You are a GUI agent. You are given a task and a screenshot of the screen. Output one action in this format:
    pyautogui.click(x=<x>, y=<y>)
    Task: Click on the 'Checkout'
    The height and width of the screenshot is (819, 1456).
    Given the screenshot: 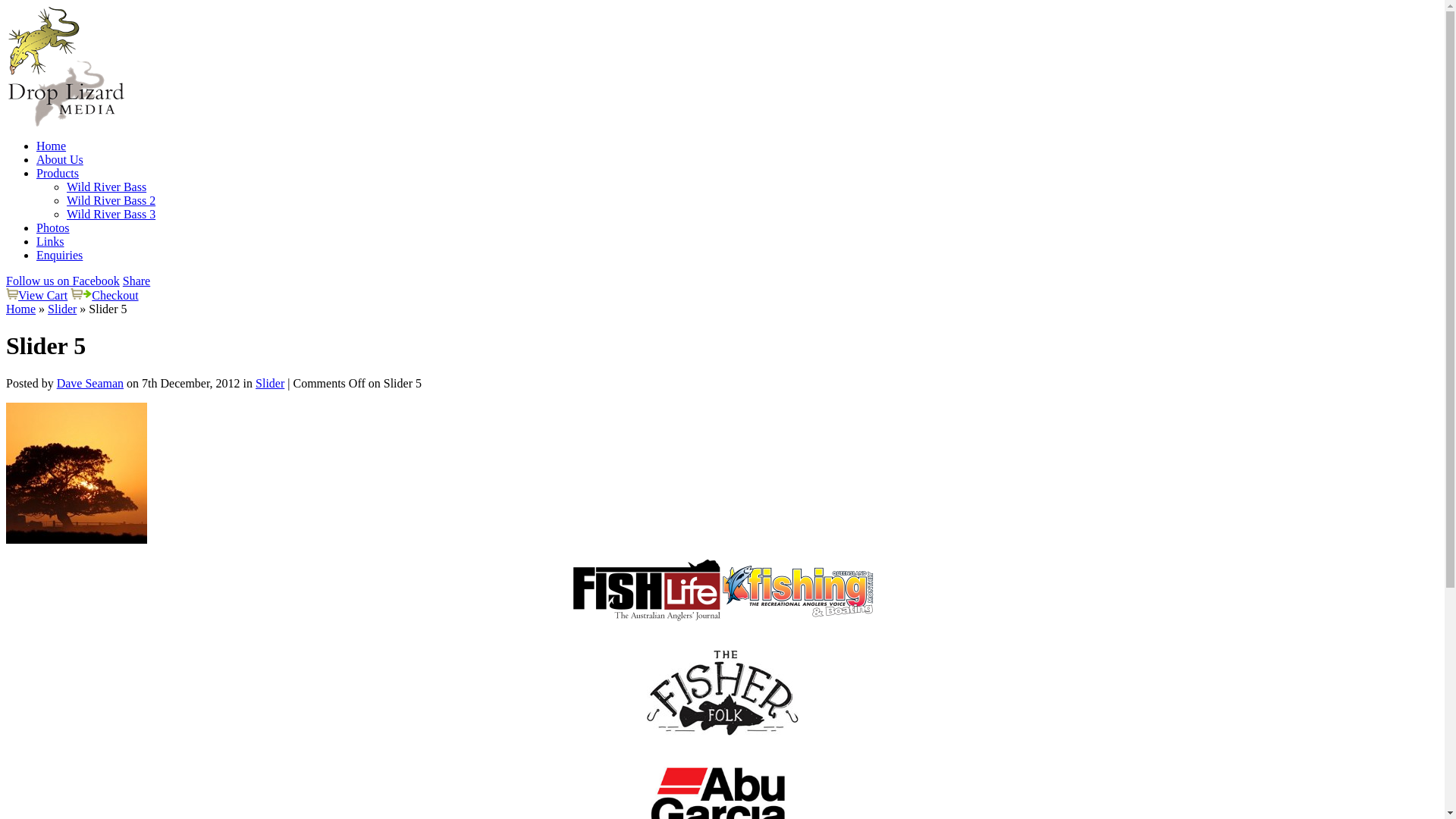 What is the action you would take?
    pyautogui.click(x=114, y=295)
    